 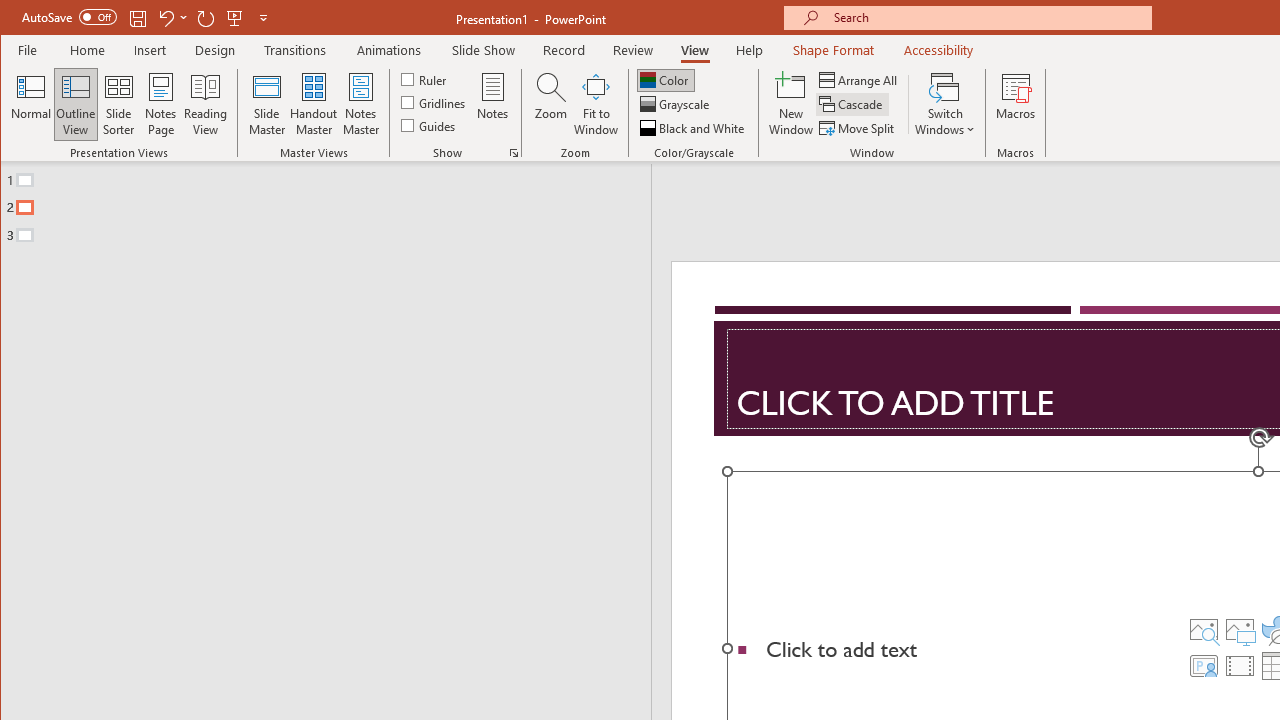 I want to click on 'Notes Master', so click(x=360, y=104).